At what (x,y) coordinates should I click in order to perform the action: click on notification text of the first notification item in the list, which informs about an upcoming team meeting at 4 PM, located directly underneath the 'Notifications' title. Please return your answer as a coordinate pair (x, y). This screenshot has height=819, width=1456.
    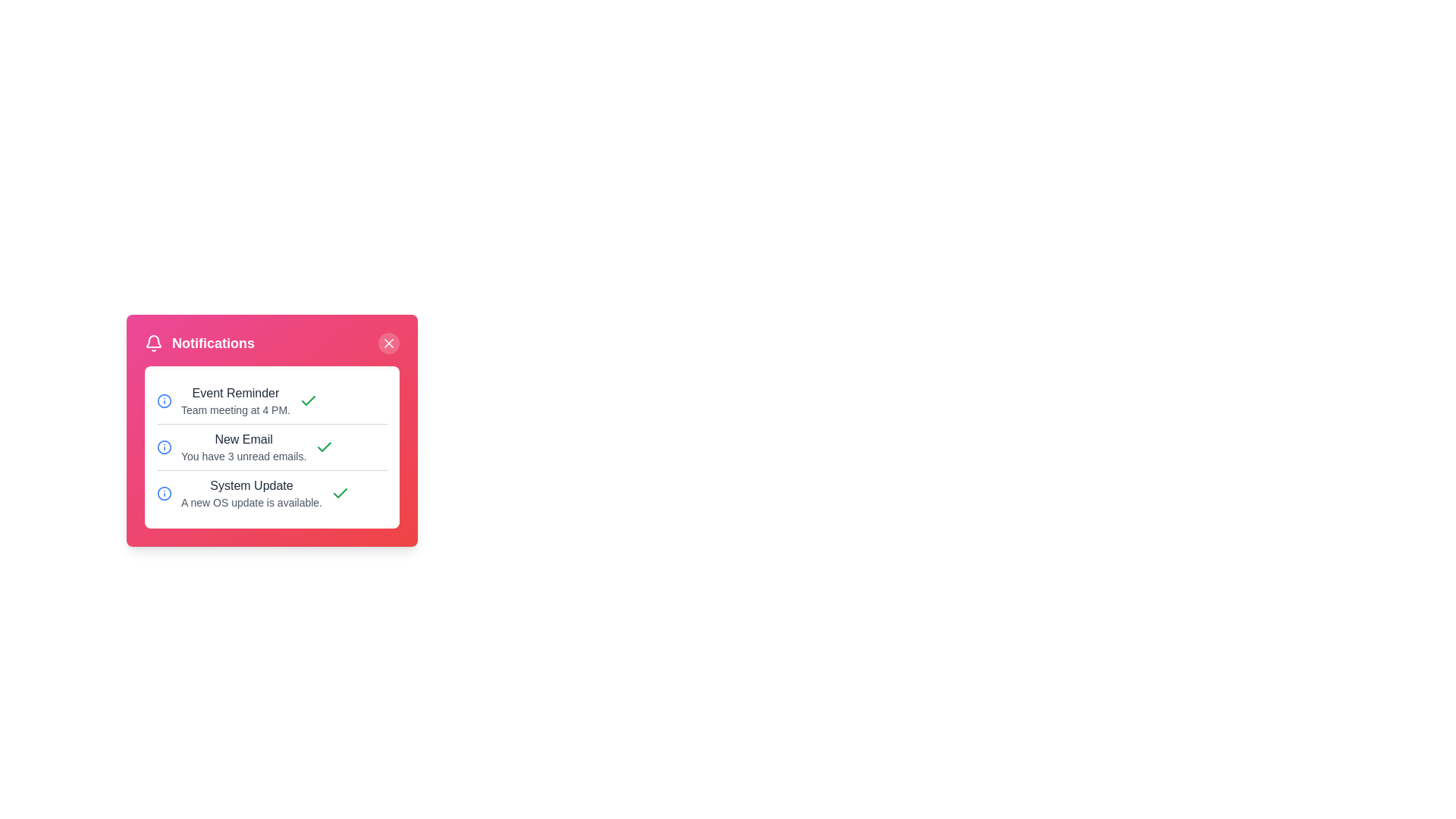
    Looking at the image, I should click on (272, 400).